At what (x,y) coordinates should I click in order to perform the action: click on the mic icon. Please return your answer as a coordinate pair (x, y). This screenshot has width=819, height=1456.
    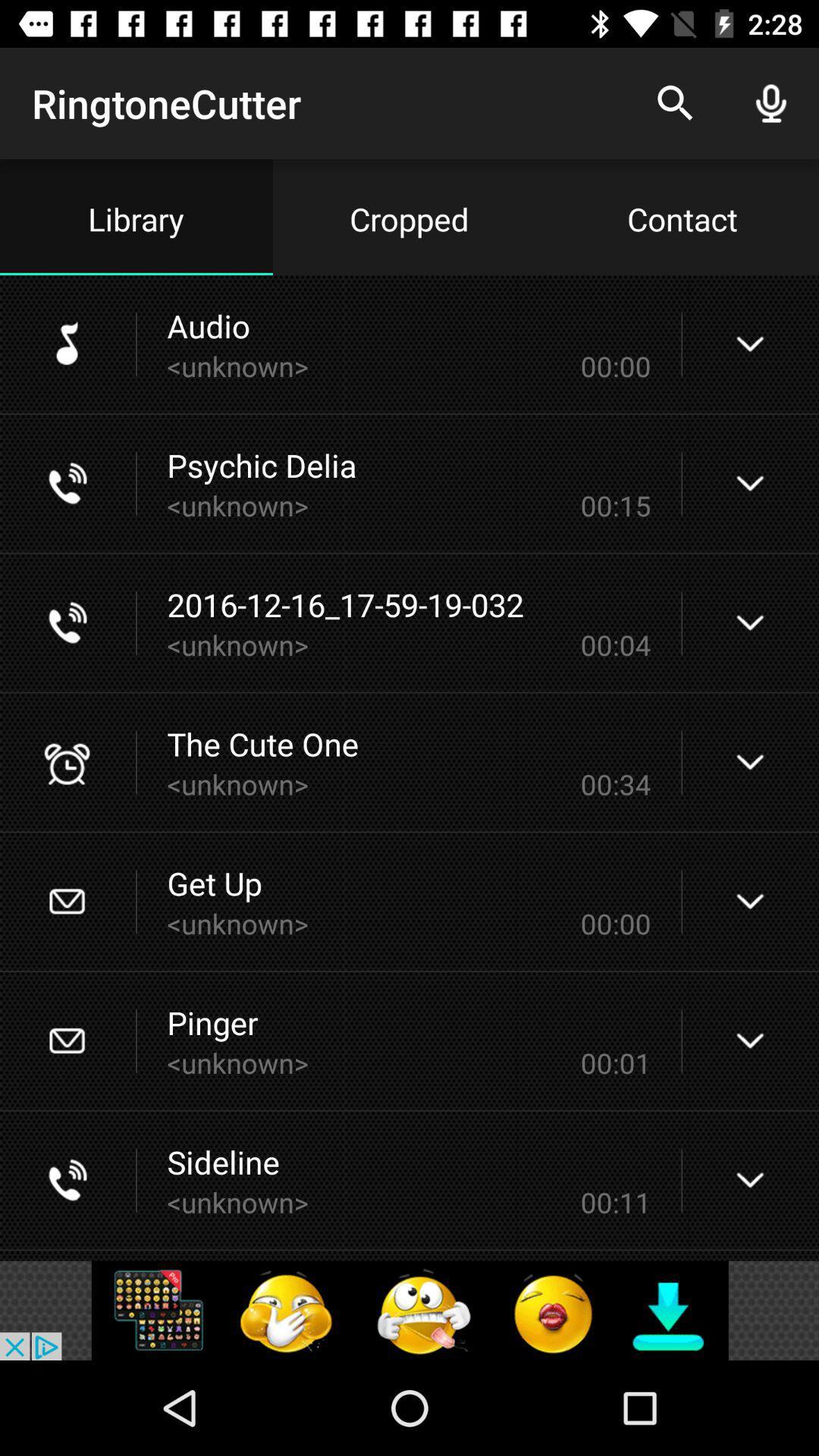
    Looking at the image, I should click on (771, 103).